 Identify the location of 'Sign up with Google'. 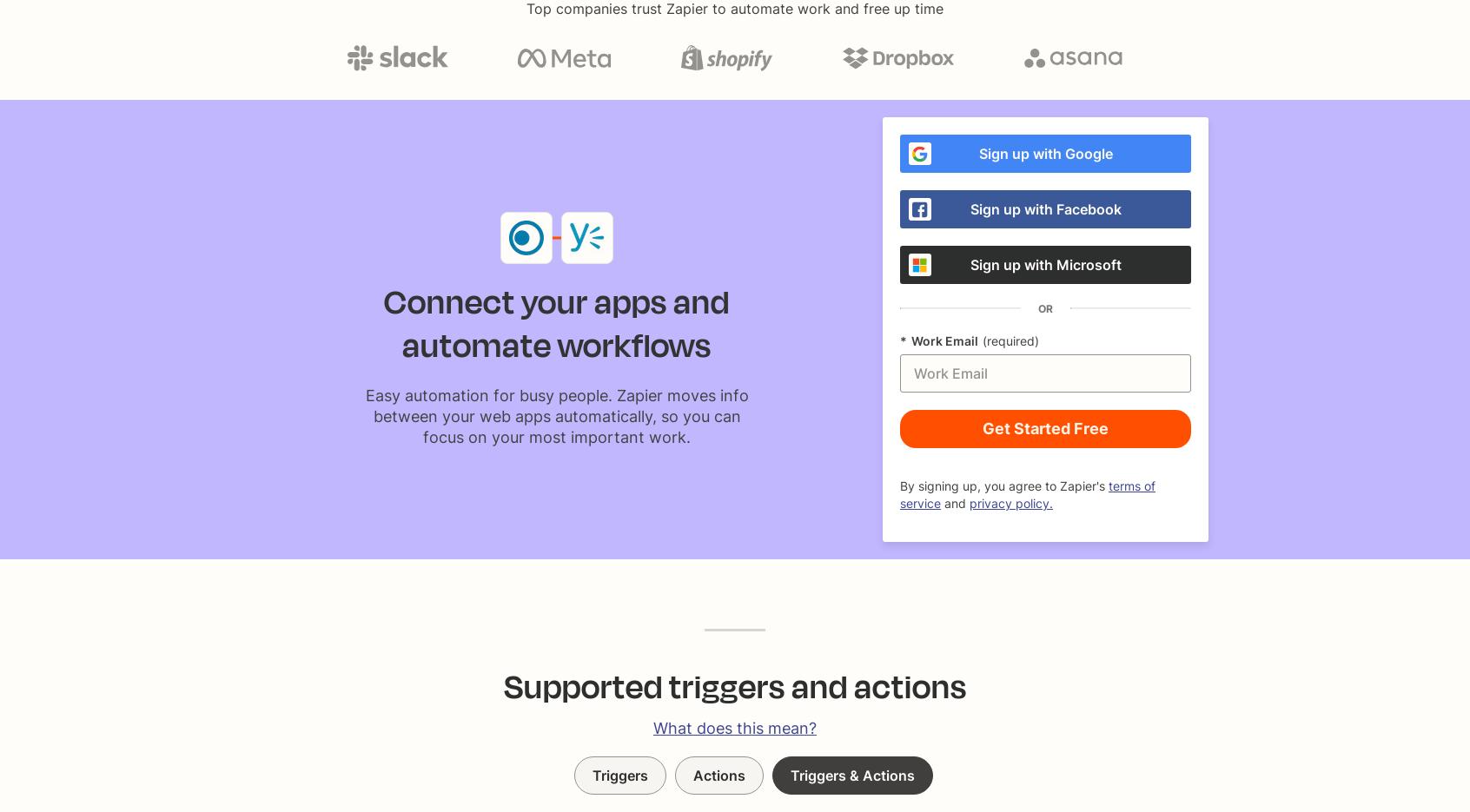
(1045, 152).